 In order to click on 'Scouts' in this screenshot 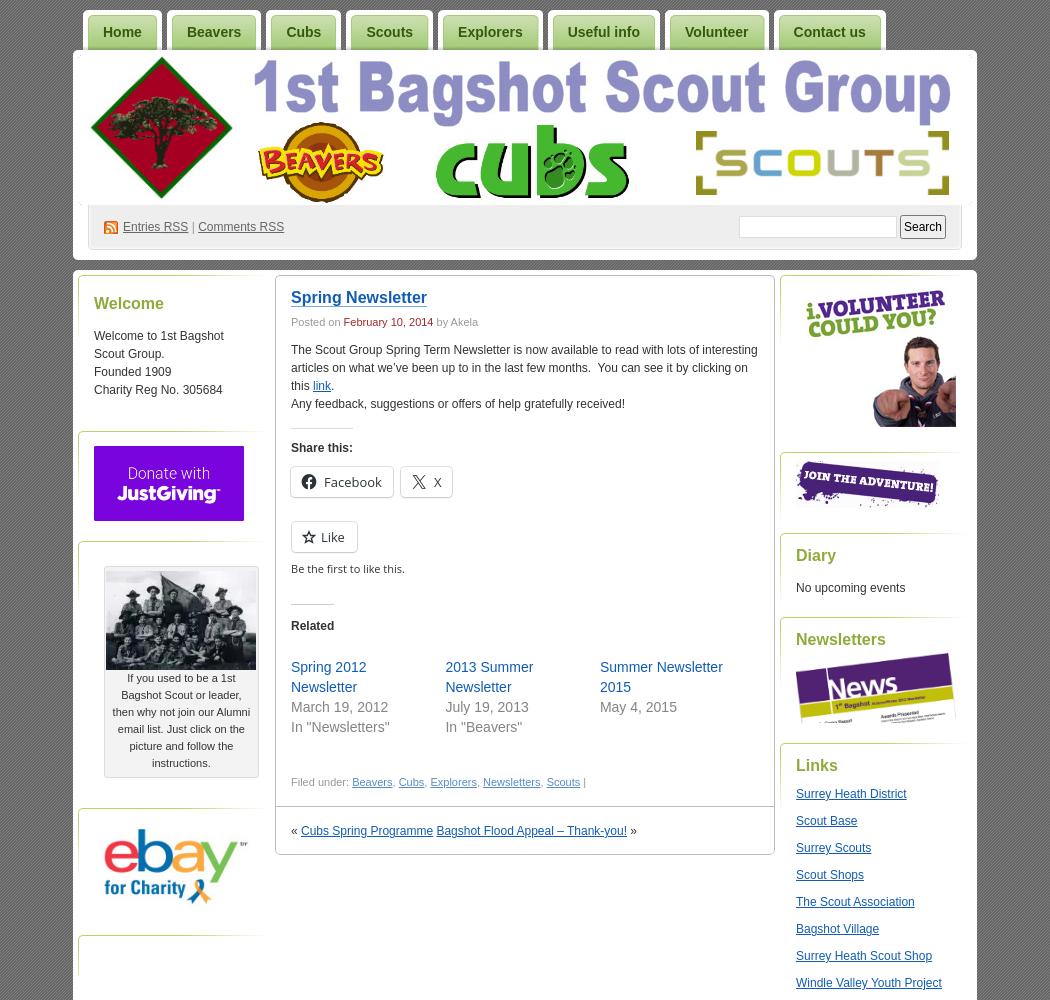, I will do `click(562, 782)`.